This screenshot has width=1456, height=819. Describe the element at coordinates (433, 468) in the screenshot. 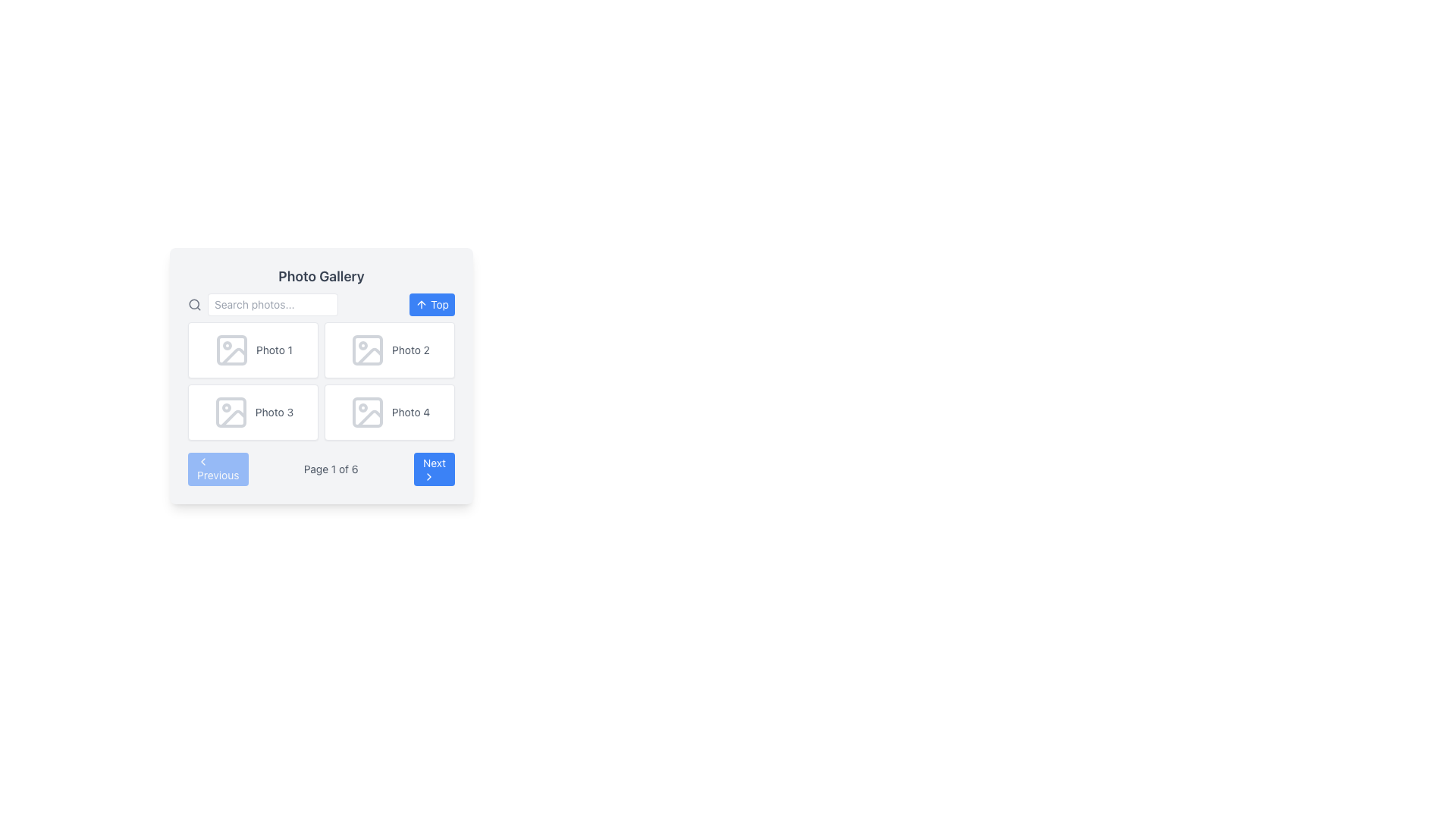

I see `the blue 'Next' button with white text and a forward arrow icon` at that location.